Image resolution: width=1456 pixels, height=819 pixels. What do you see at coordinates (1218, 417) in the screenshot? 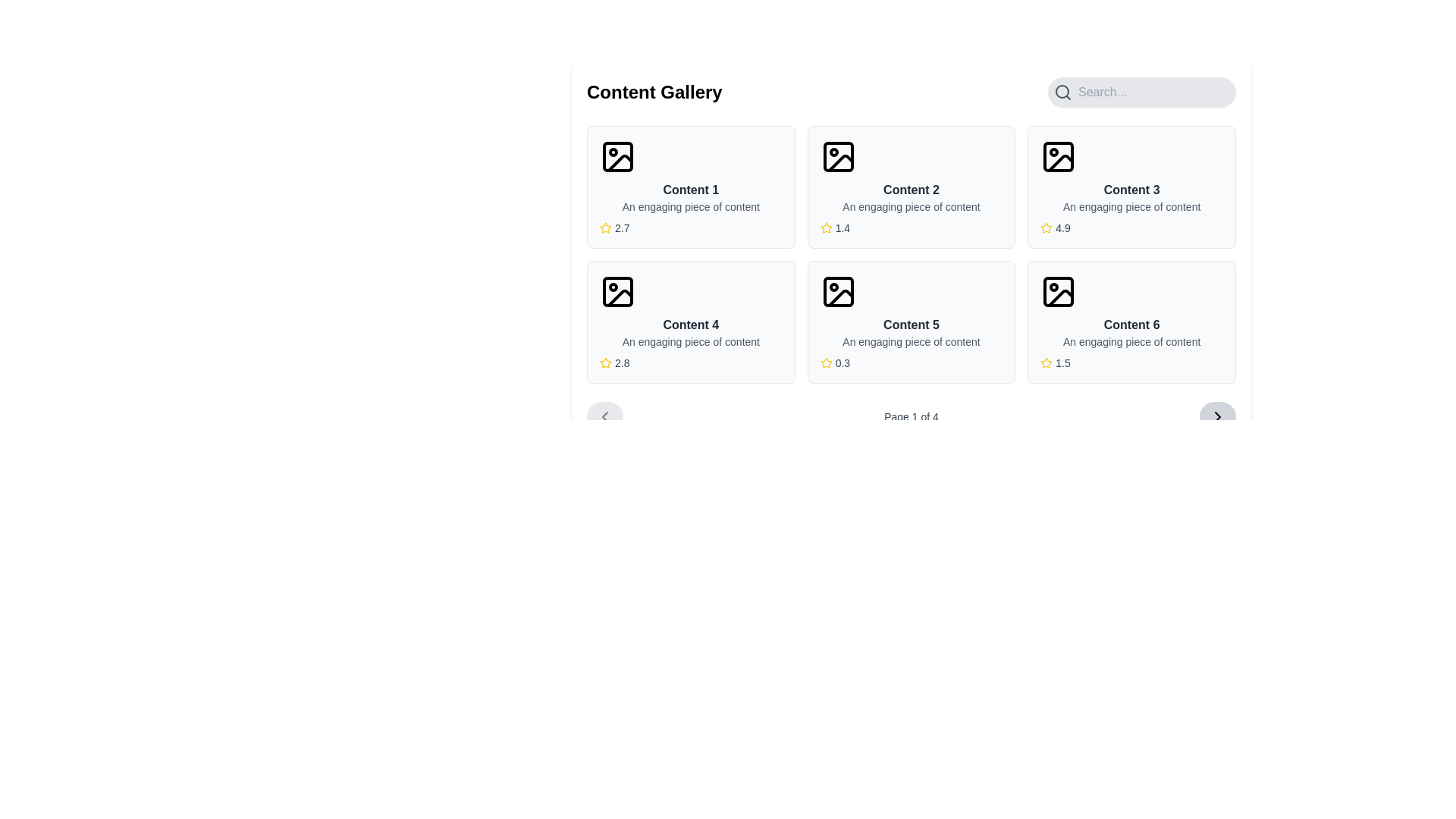
I see `the right-facing chevron icon within the circular button` at bounding box center [1218, 417].